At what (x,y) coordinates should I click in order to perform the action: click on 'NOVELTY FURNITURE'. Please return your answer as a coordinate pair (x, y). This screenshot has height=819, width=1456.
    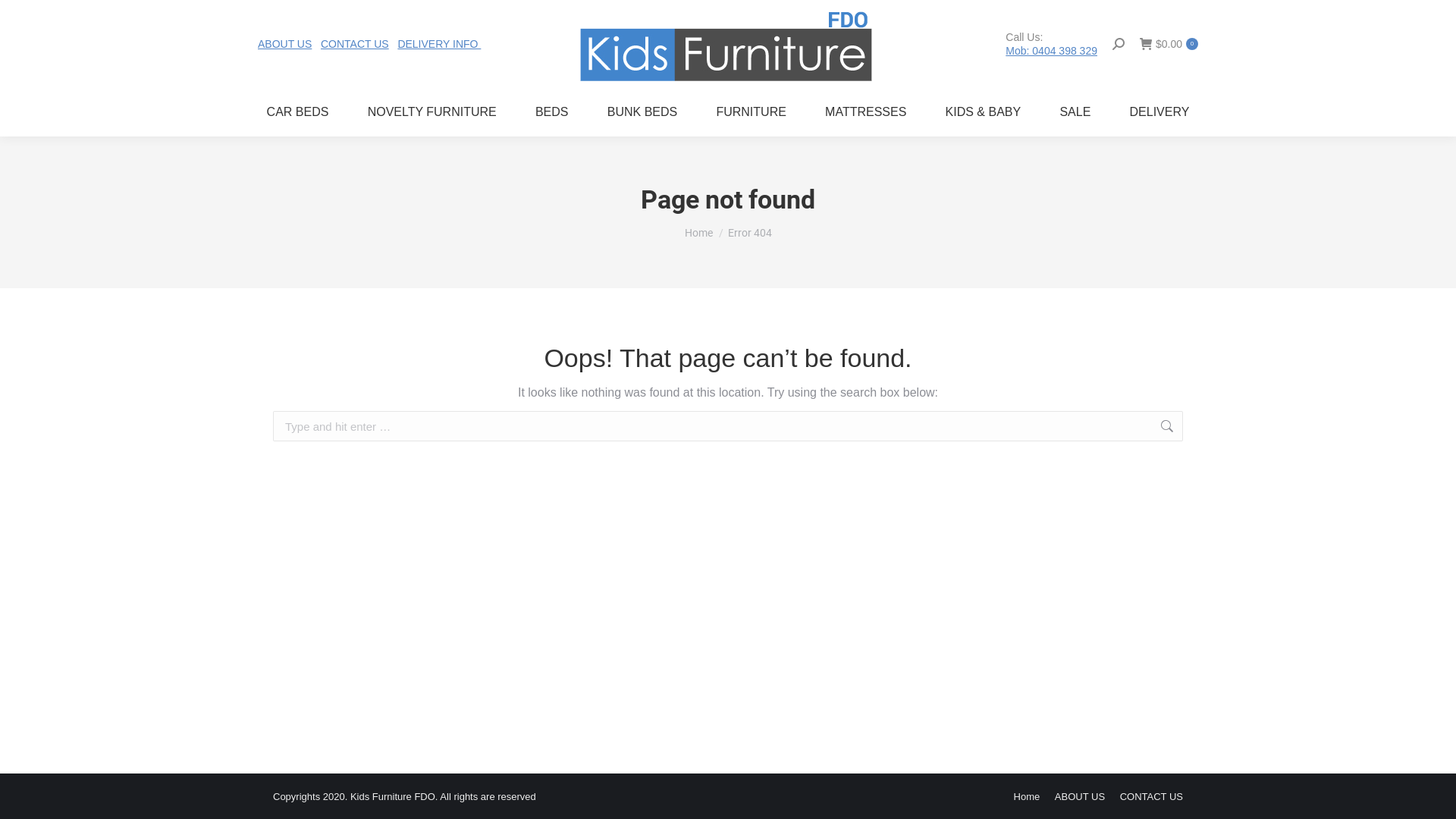
    Looking at the image, I should click on (431, 111).